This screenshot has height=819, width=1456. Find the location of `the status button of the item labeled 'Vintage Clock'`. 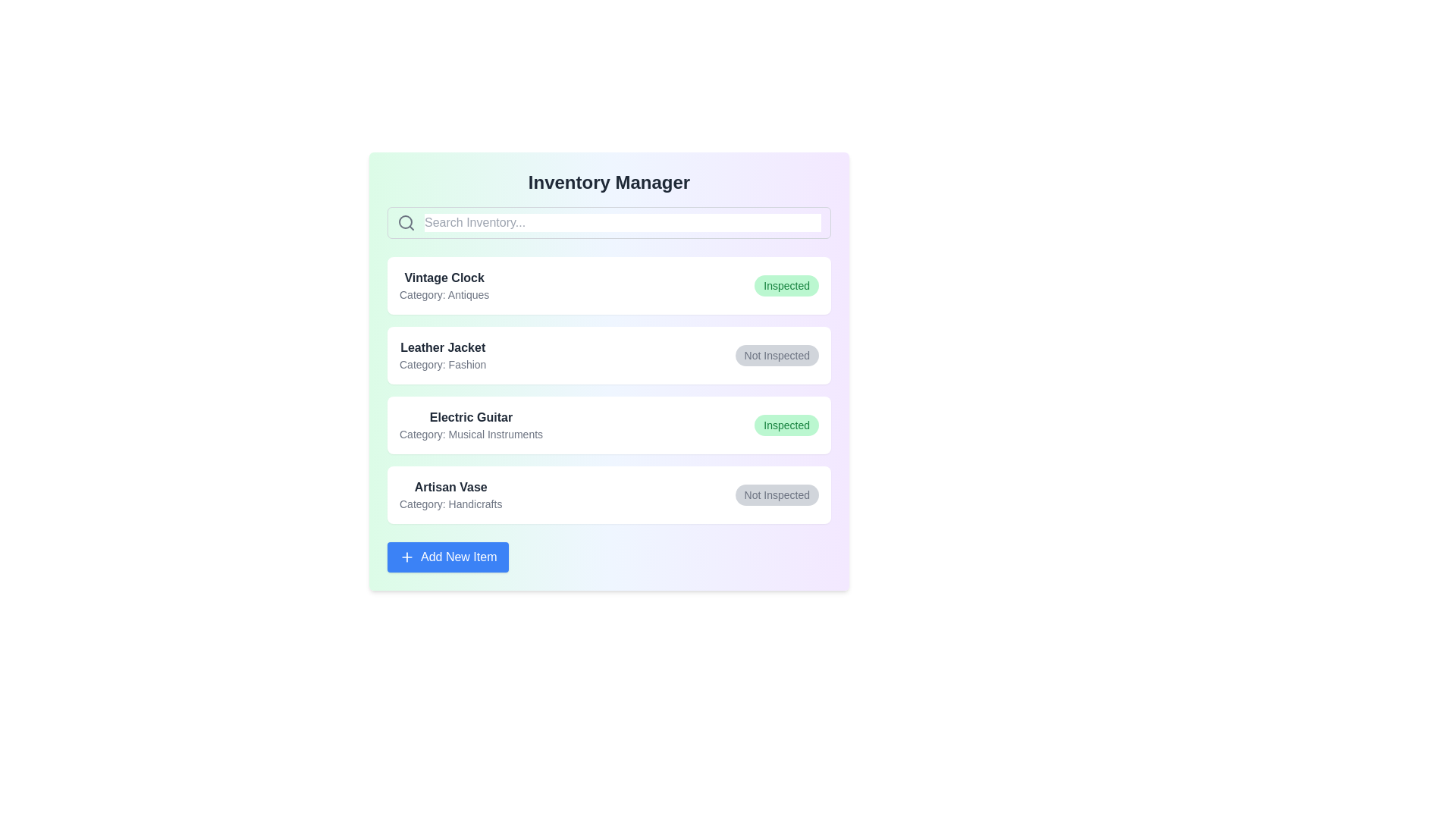

the status button of the item labeled 'Vintage Clock' is located at coordinates (786, 286).